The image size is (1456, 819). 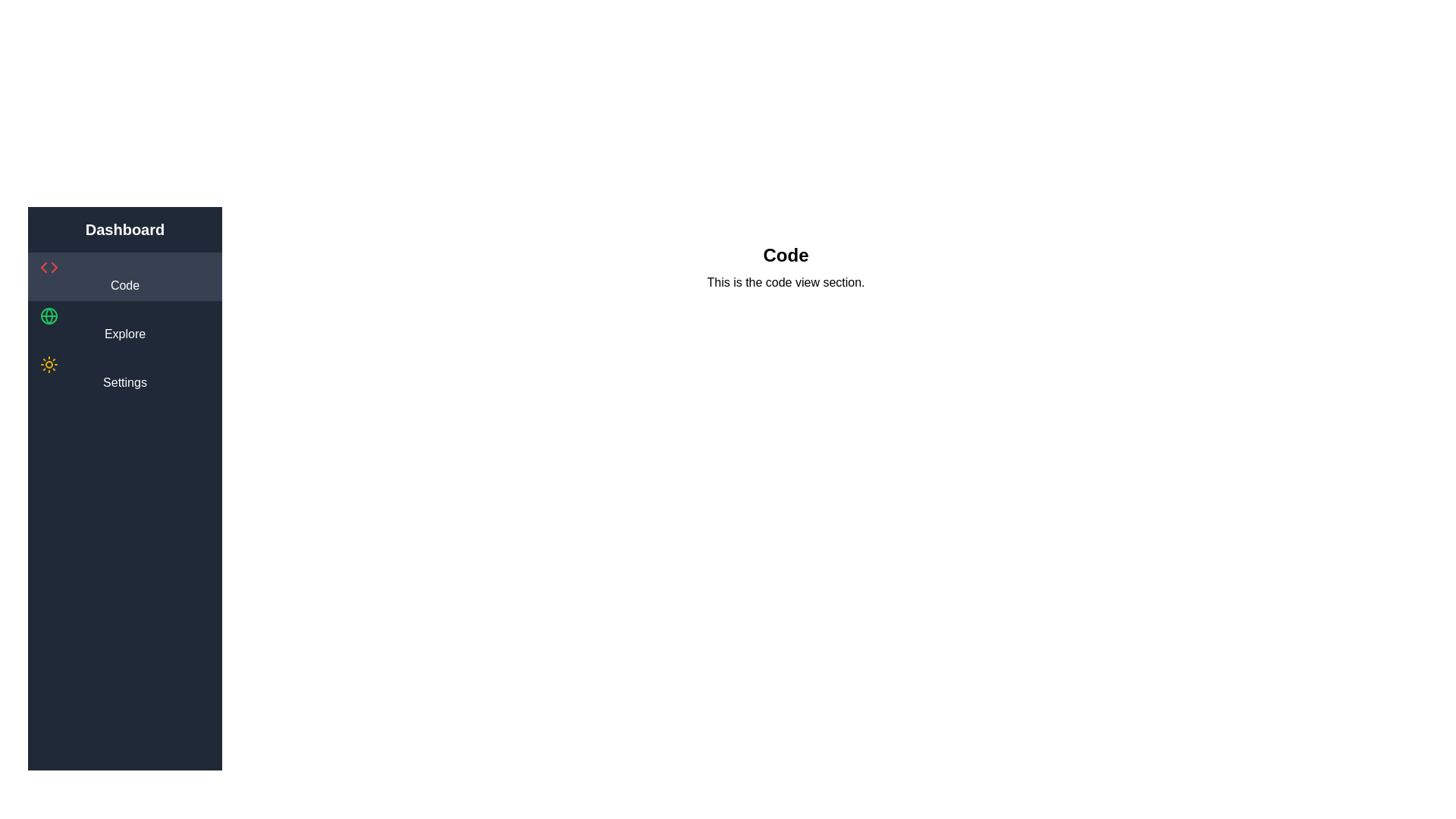 I want to click on the Settings tab in the sidebar, so click(x=124, y=374).